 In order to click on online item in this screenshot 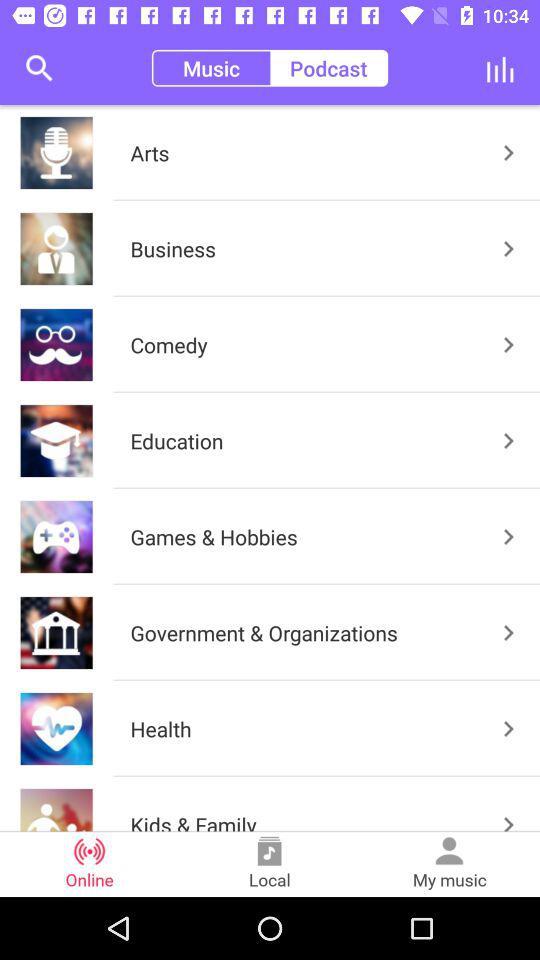, I will do `click(89, 863)`.